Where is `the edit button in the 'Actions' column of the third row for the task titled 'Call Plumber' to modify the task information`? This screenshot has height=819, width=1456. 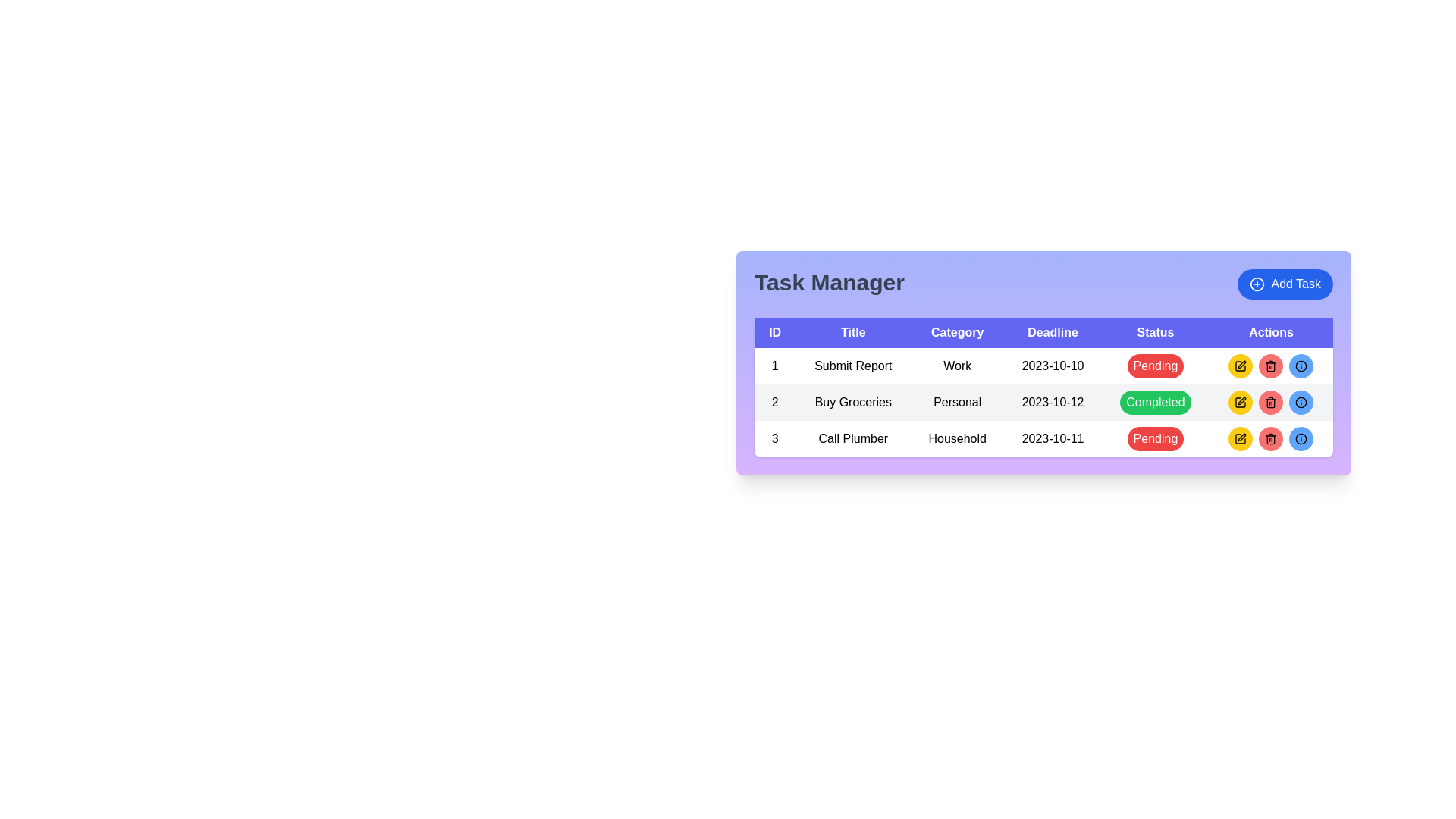 the edit button in the 'Actions' column of the third row for the task titled 'Call Plumber' to modify the task information is located at coordinates (1241, 402).